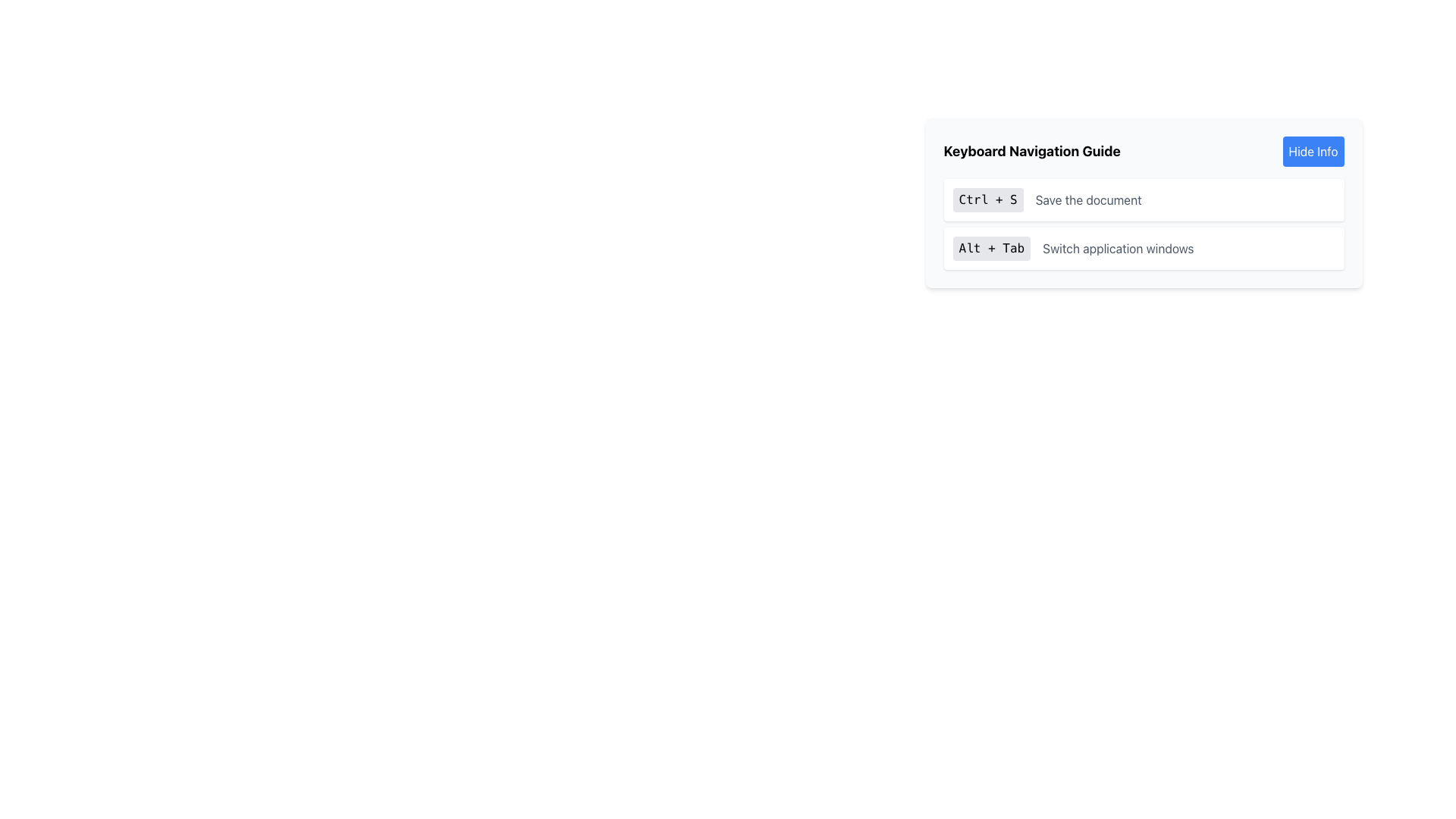  Describe the element at coordinates (1144, 199) in the screenshot. I see `keyboard shortcut instruction indicating 'Ctrl + S' will save the open document, located at the top-right corner of the interface in the 'Keyboard Navigation Guide' section` at that location.